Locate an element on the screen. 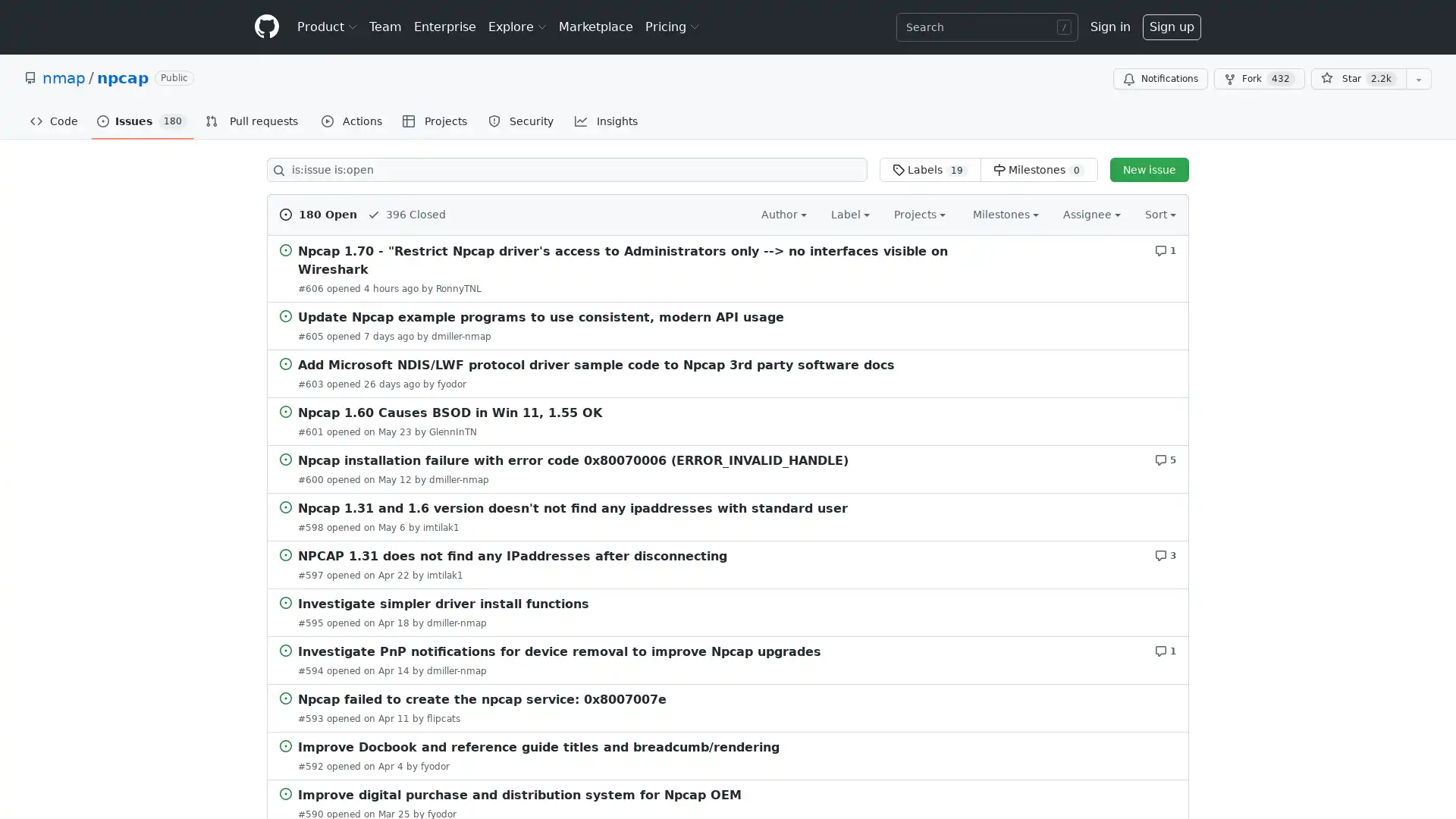 The width and height of the screenshot is (1456, 819). You must be signed in to add this repository to a list is located at coordinates (1418, 79).